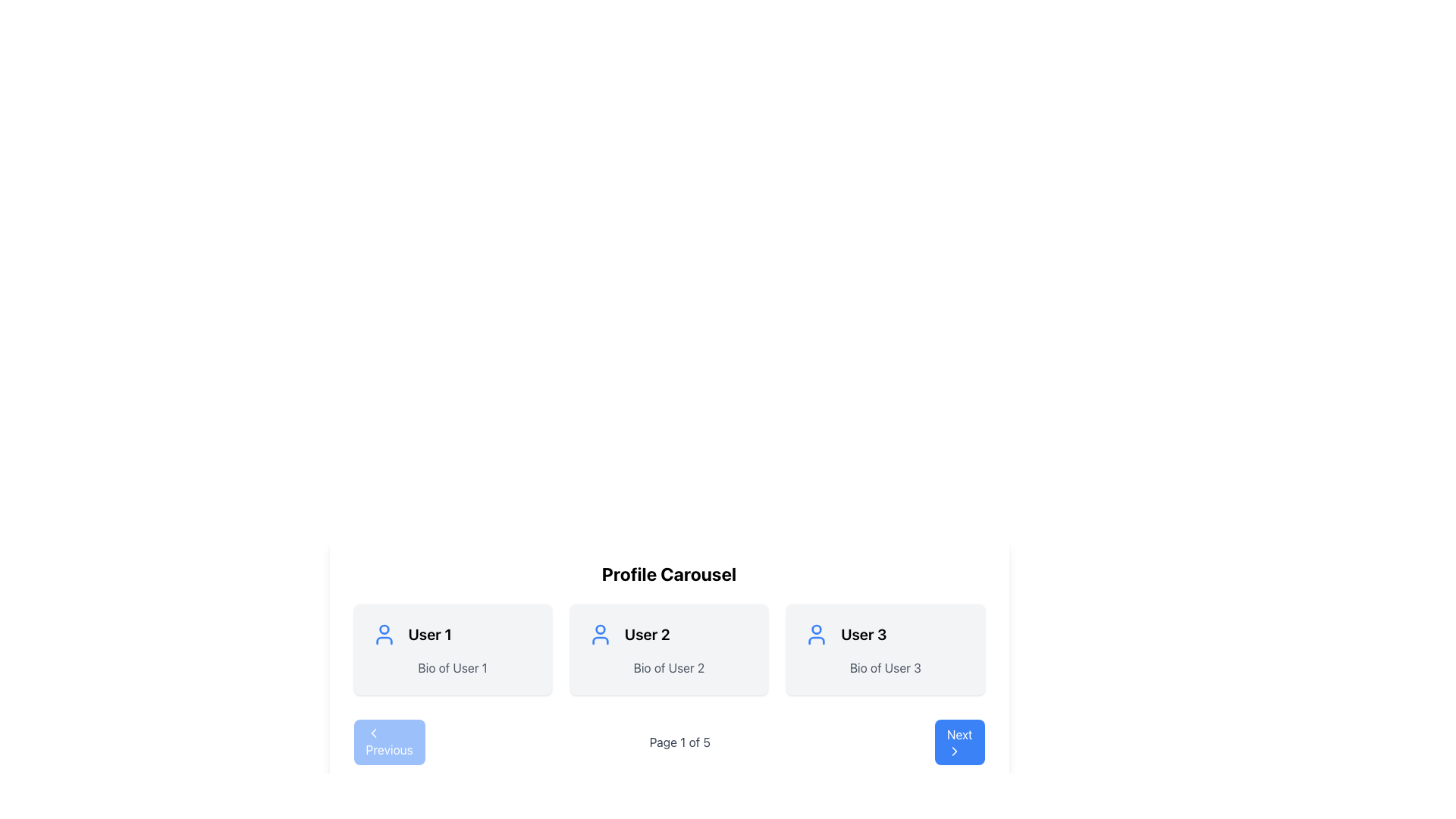 The width and height of the screenshot is (1456, 819). What do you see at coordinates (885, 635) in the screenshot?
I see `the user profile title label located in the third card of the carousel` at bounding box center [885, 635].